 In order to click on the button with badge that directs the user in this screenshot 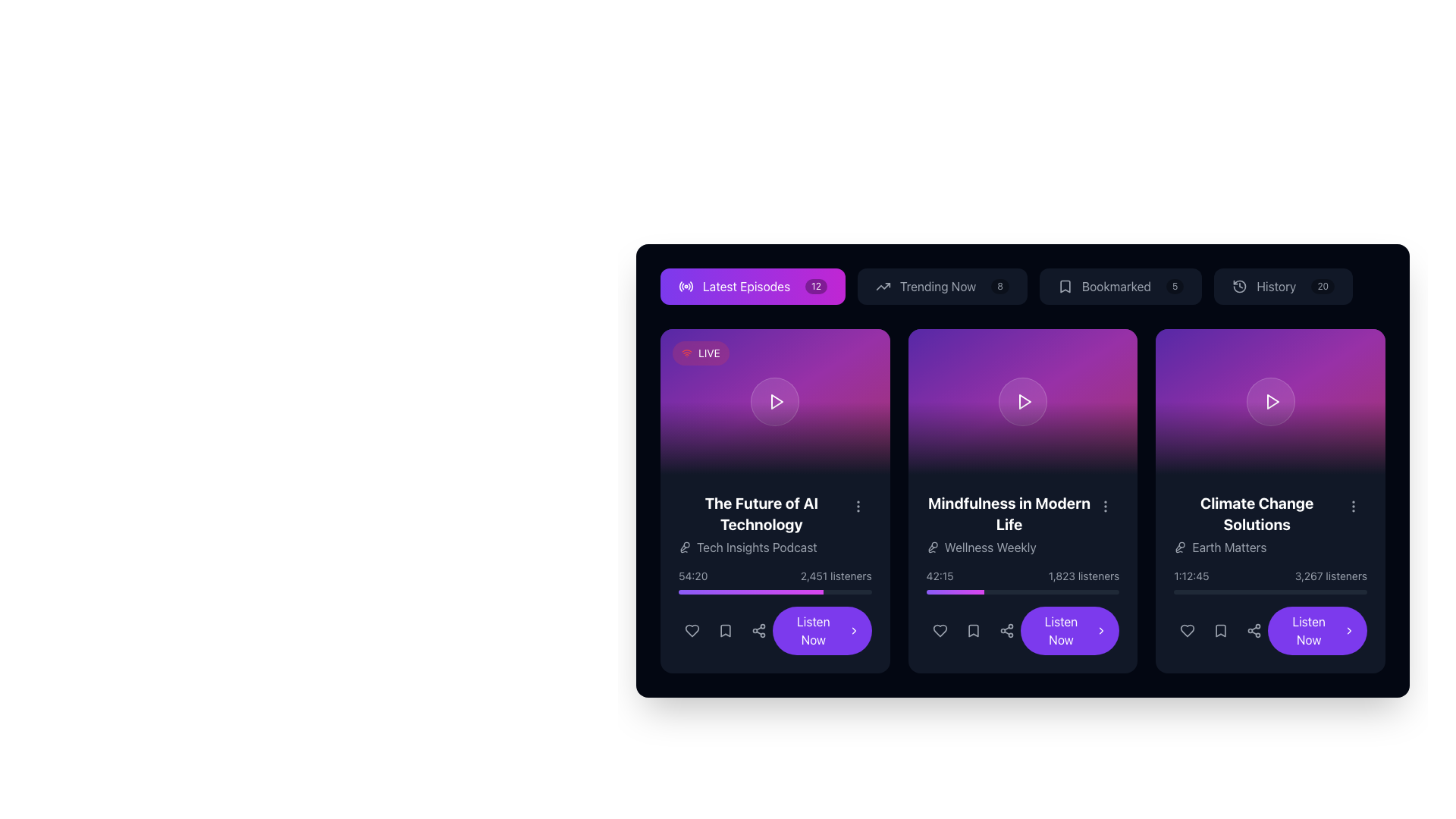, I will do `click(1121, 287)`.